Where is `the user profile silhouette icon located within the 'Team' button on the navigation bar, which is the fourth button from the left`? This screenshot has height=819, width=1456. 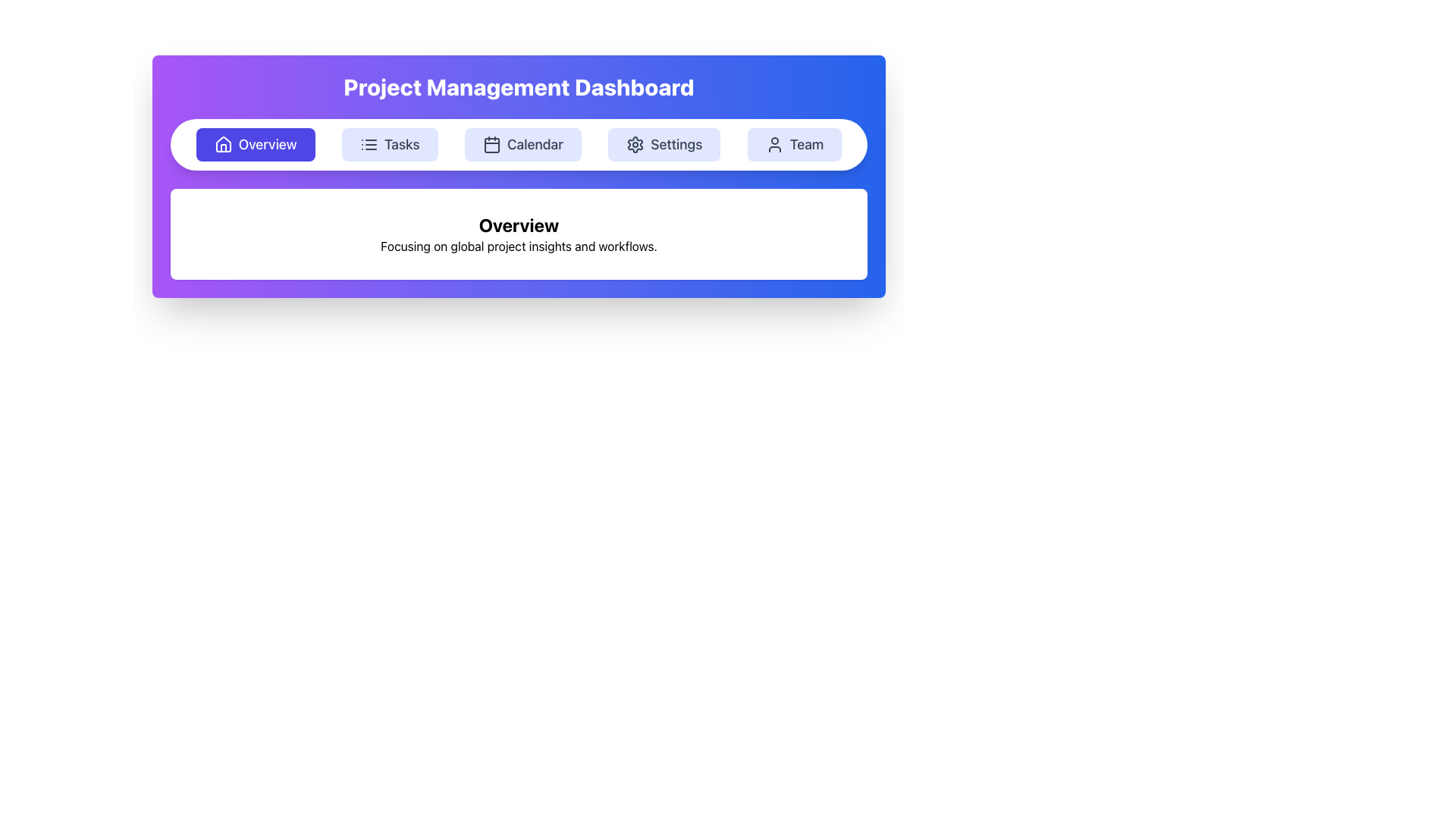
the user profile silhouette icon located within the 'Team' button on the navigation bar, which is the fourth button from the left is located at coordinates (774, 145).